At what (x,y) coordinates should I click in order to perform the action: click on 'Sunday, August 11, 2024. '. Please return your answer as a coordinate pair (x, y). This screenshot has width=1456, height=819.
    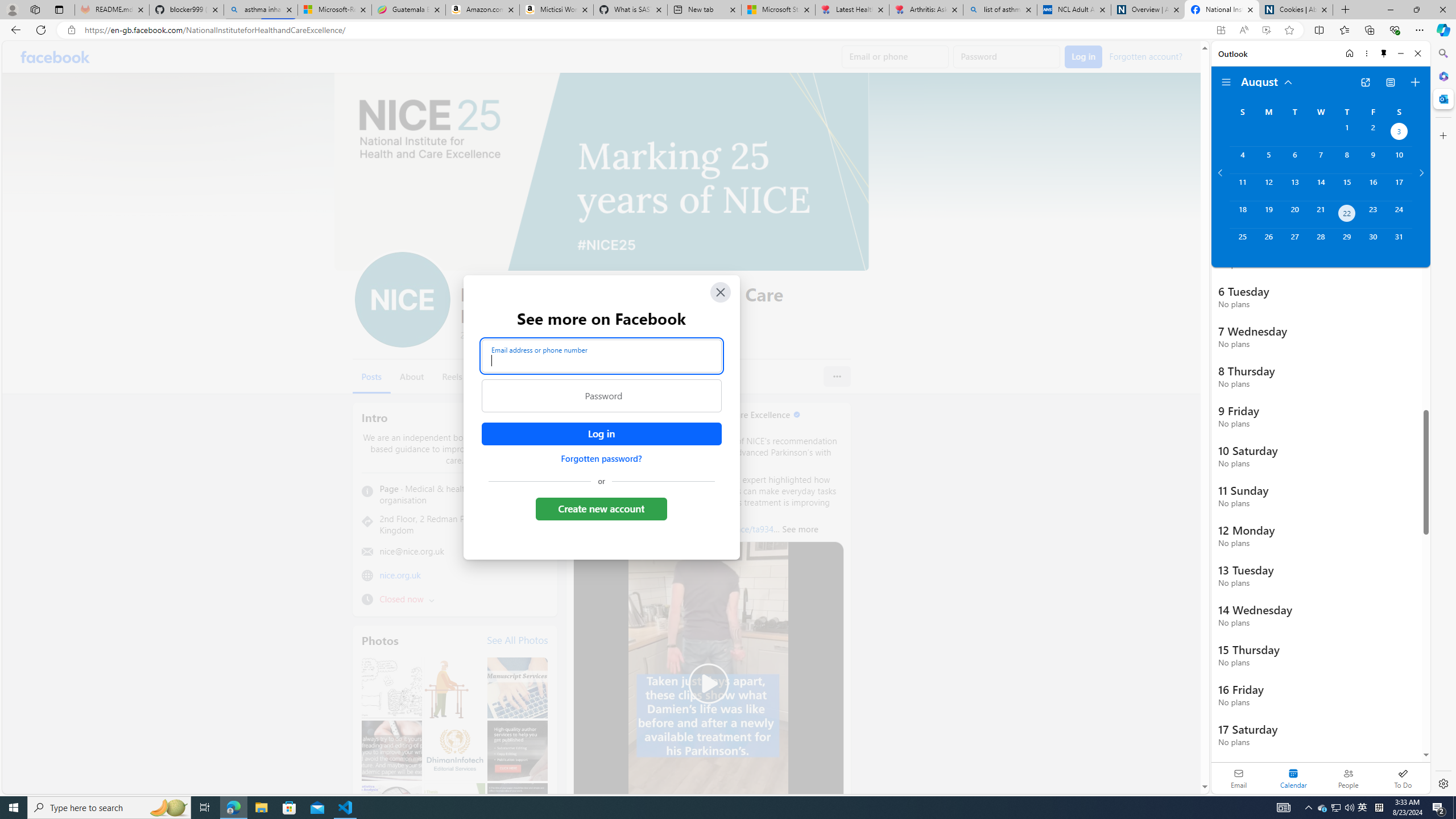
    Looking at the image, I should click on (1242, 187).